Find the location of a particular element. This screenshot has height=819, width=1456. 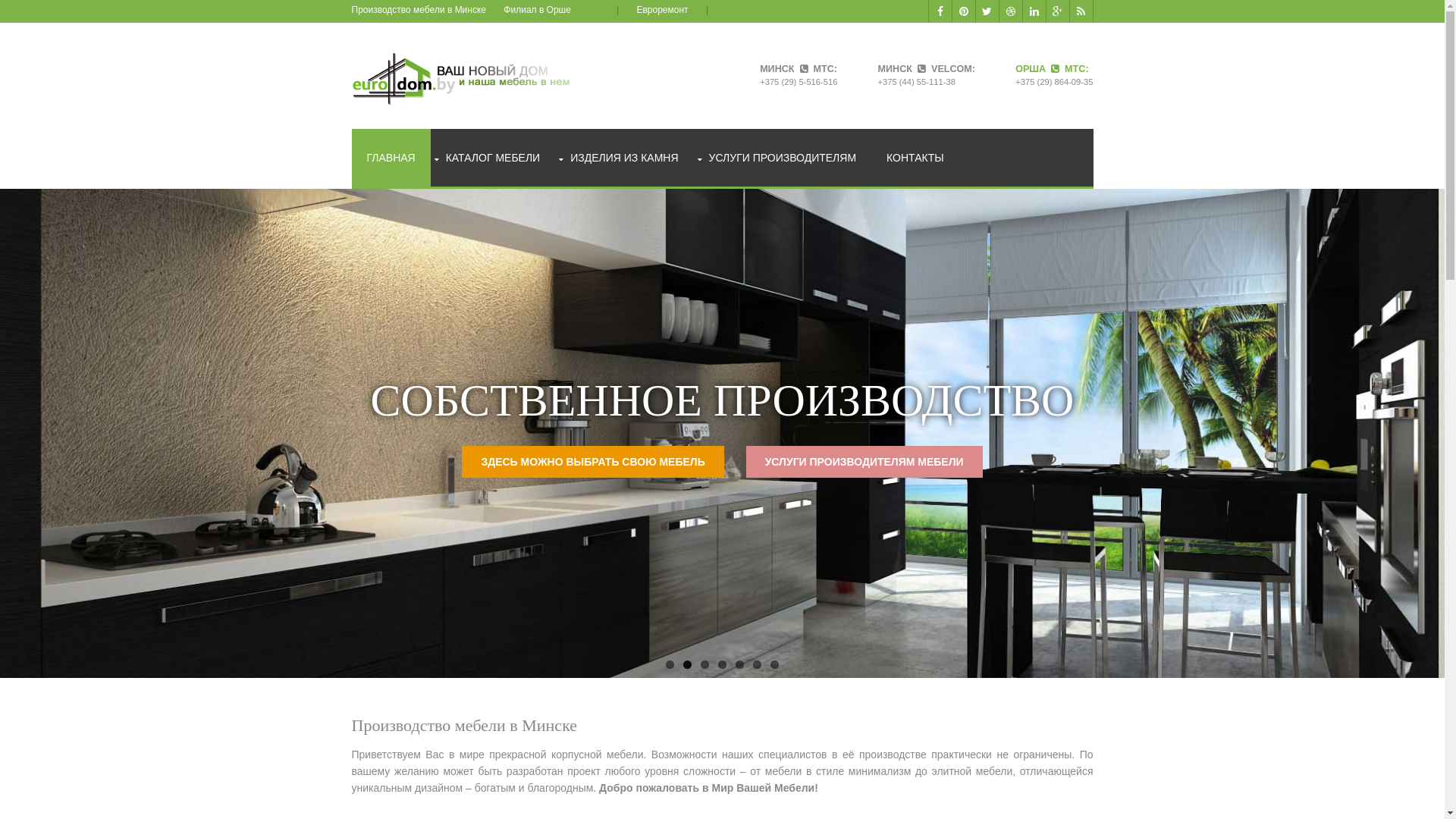

'4' is located at coordinates (721, 664).